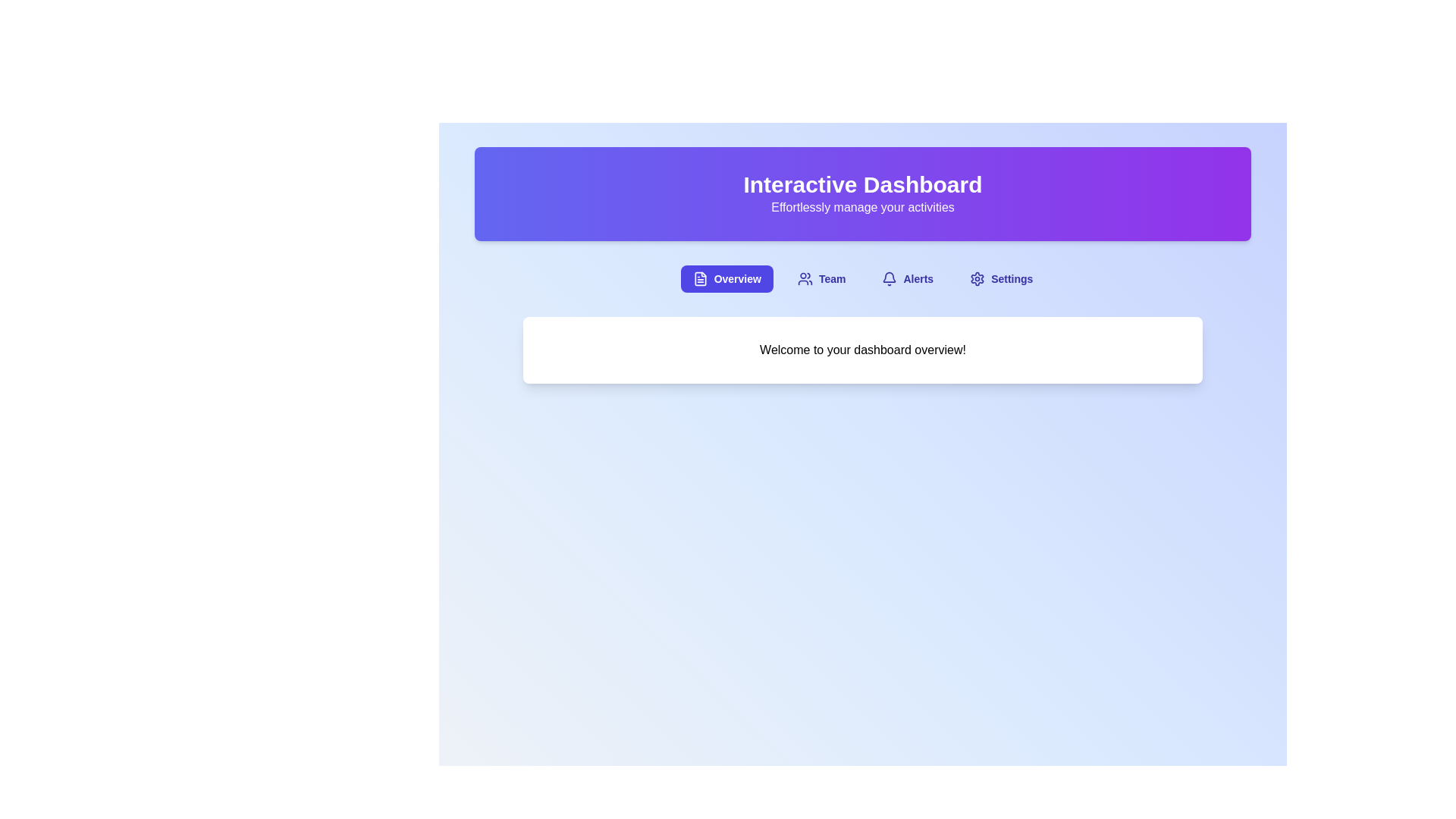 The image size is (1456, 819). Describe the element at coordinates (699, 278) in the screenshot. I see `the document icon located to the left of the 'Overview' label, which features a rectangular shape with a folded corner and lines indicating text` at that location.